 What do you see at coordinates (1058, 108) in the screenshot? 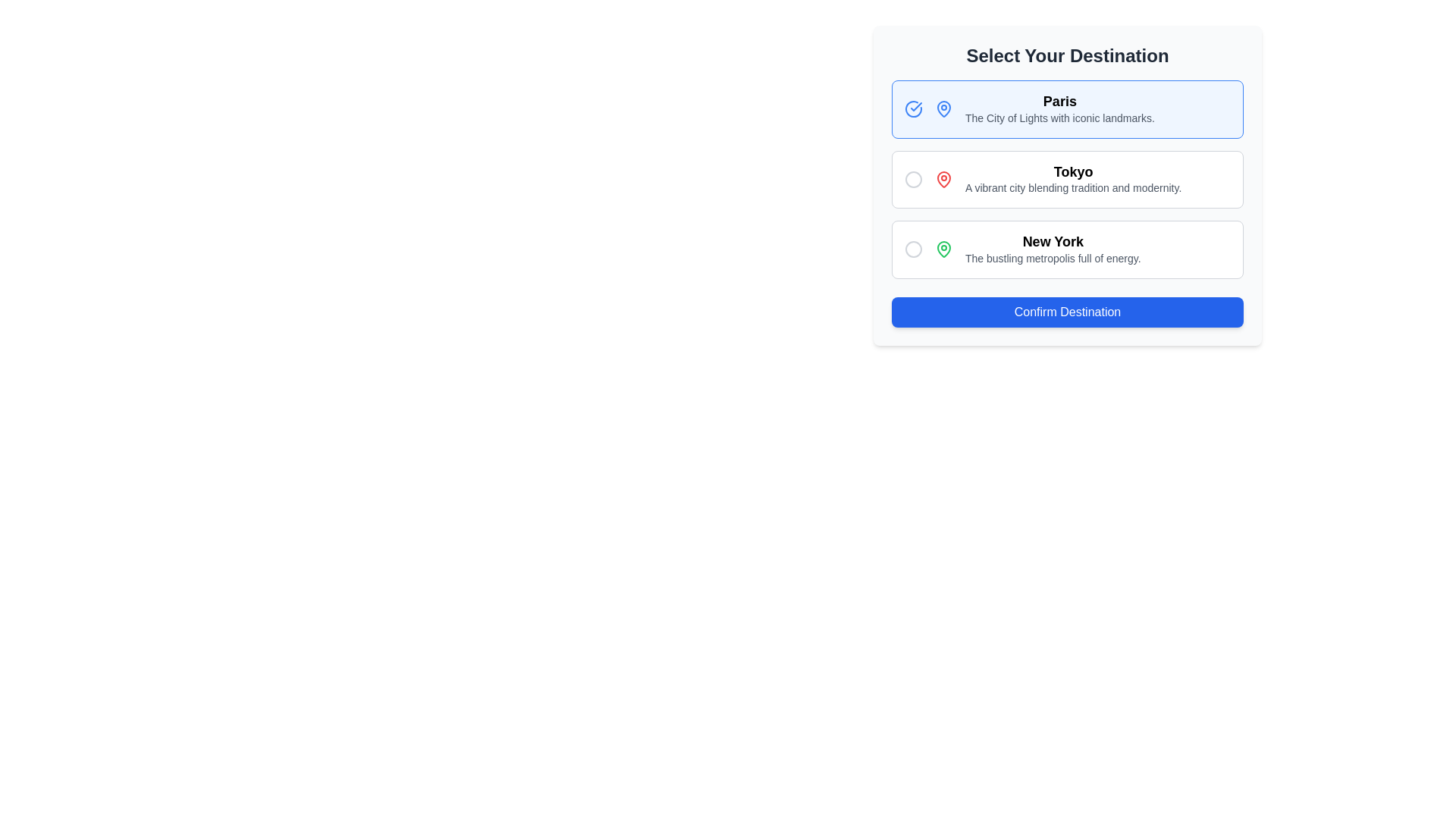
I see `the 'Paris' destination label, which is the first item in a list of travel options within a blue-bordered card` at bounding box center [1058, 108].